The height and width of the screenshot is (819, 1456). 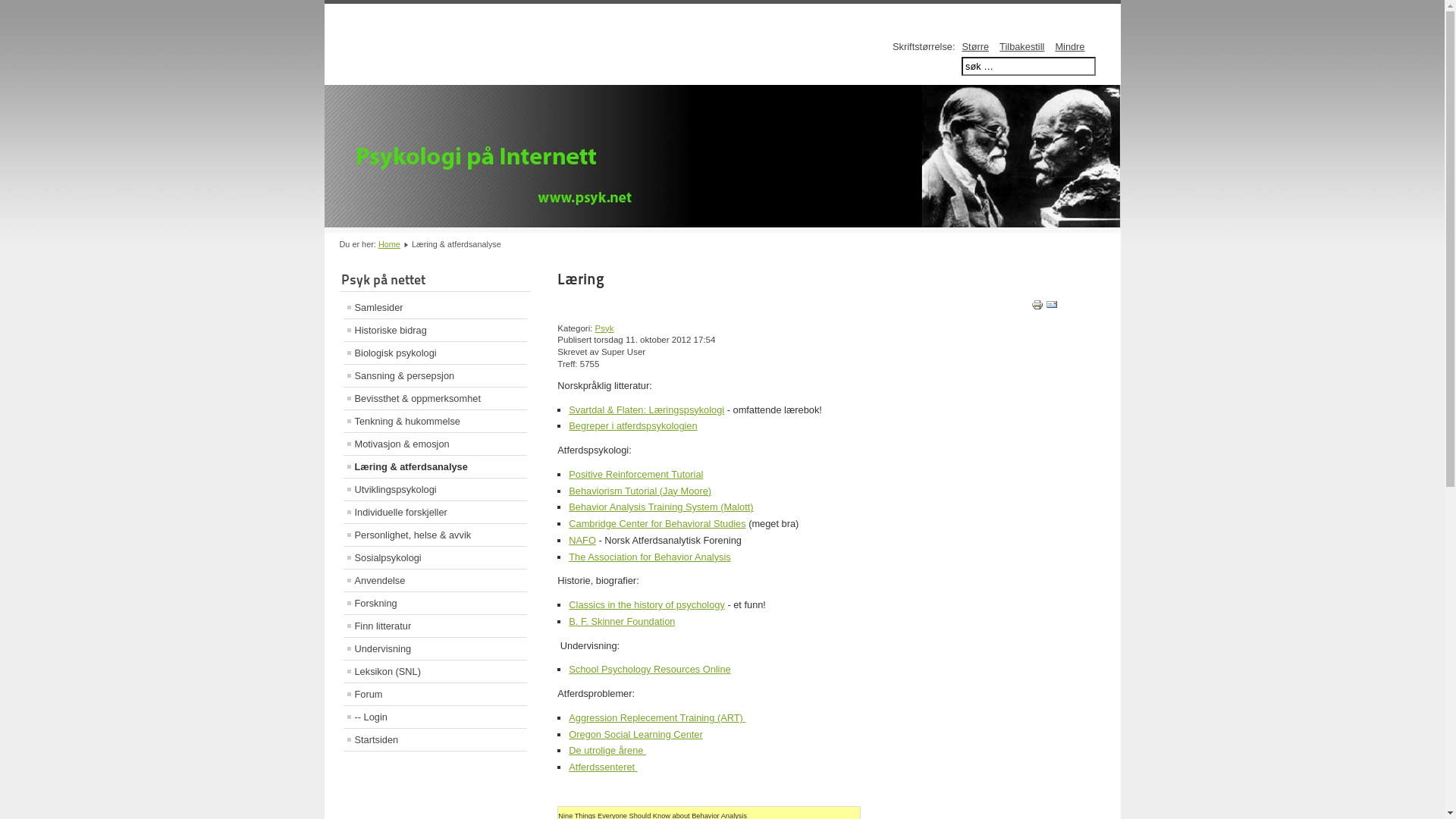 I want to click on 'Sansning & persepsjon', so click(x=434, y=375).